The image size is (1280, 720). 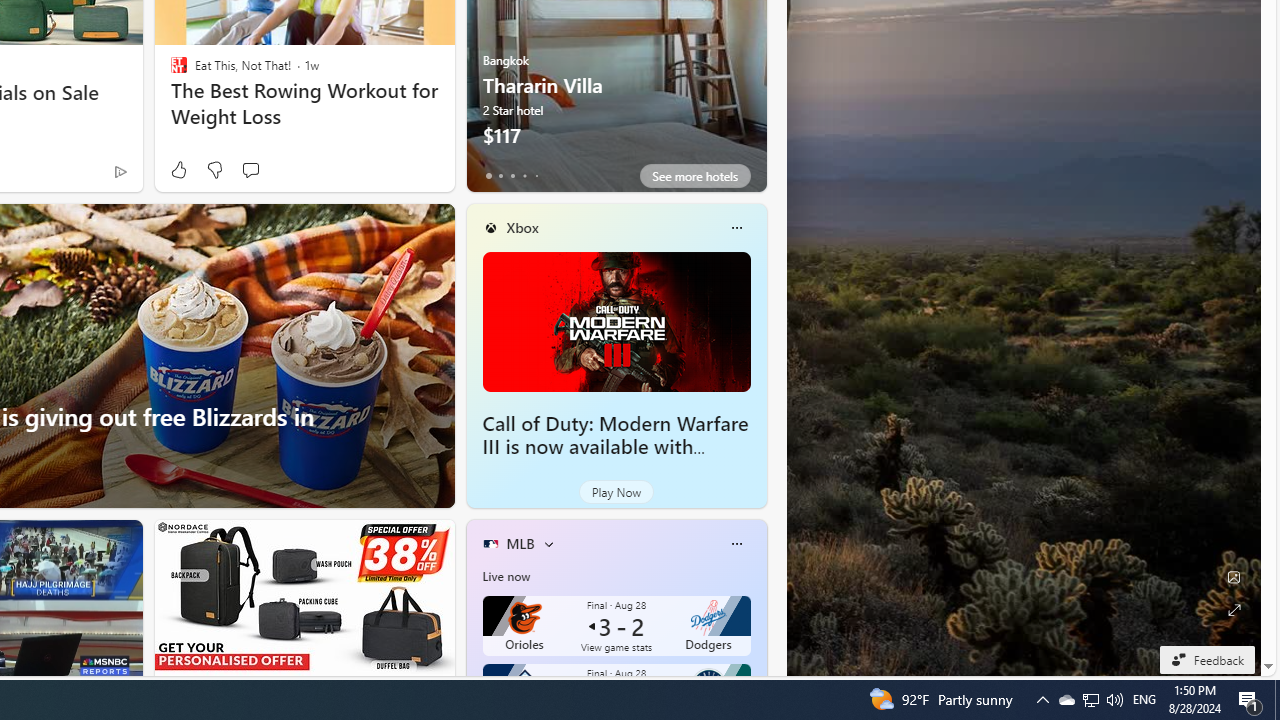 I want to click on 'Start the conversation', so click(x=249, y=169).